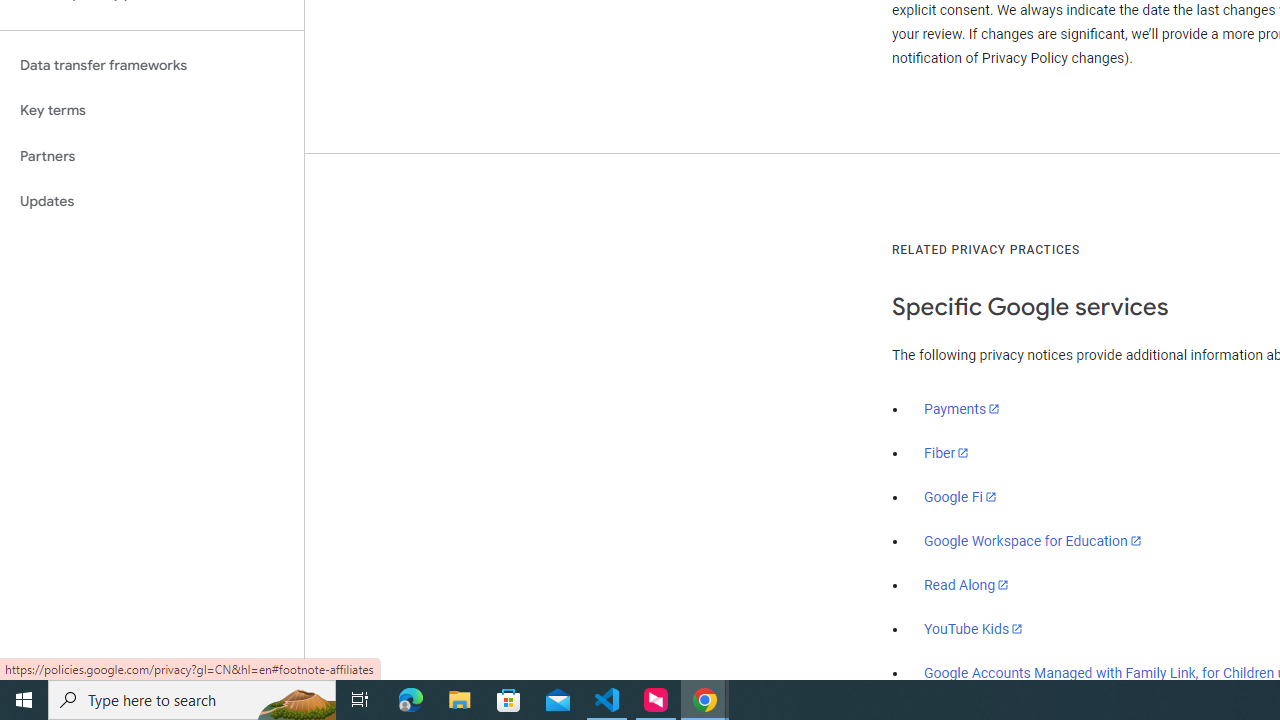 The image size is (1280, 720). Describe the element at coordinates (960, 496) in the screenshot. I see `'Google Fi'` at that location.